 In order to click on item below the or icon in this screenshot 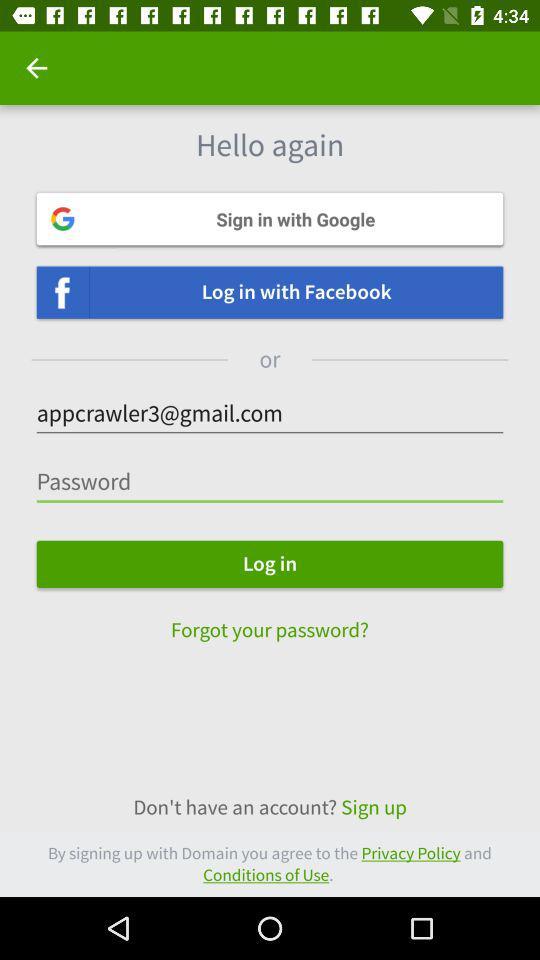, I will do `click(270, 413)`.